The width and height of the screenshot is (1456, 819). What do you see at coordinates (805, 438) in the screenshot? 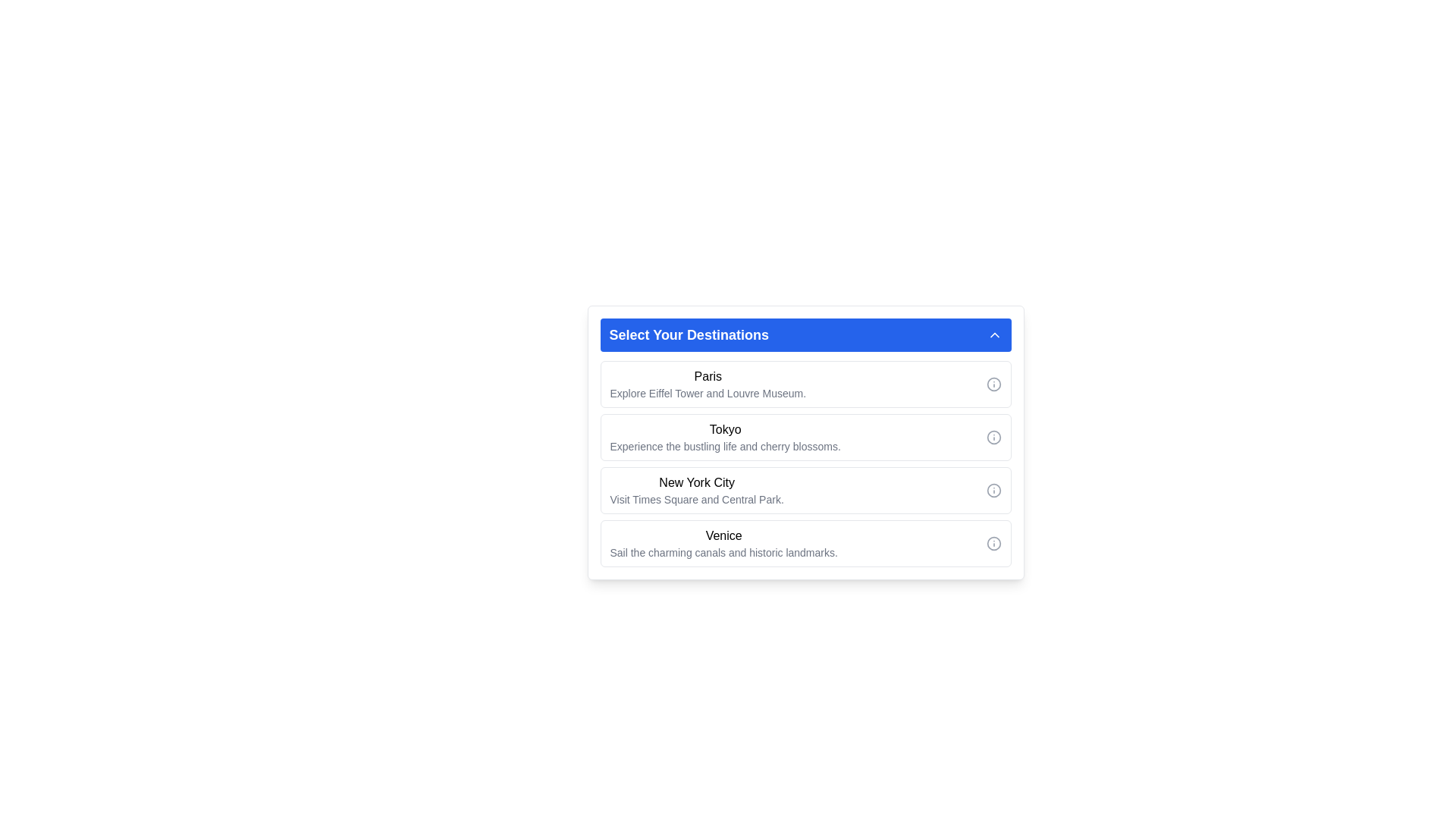
I see `the 'i' icon in the selectable list item for 'Tokyo', which provides additional information about the destination` at bounding box center [805, 438].